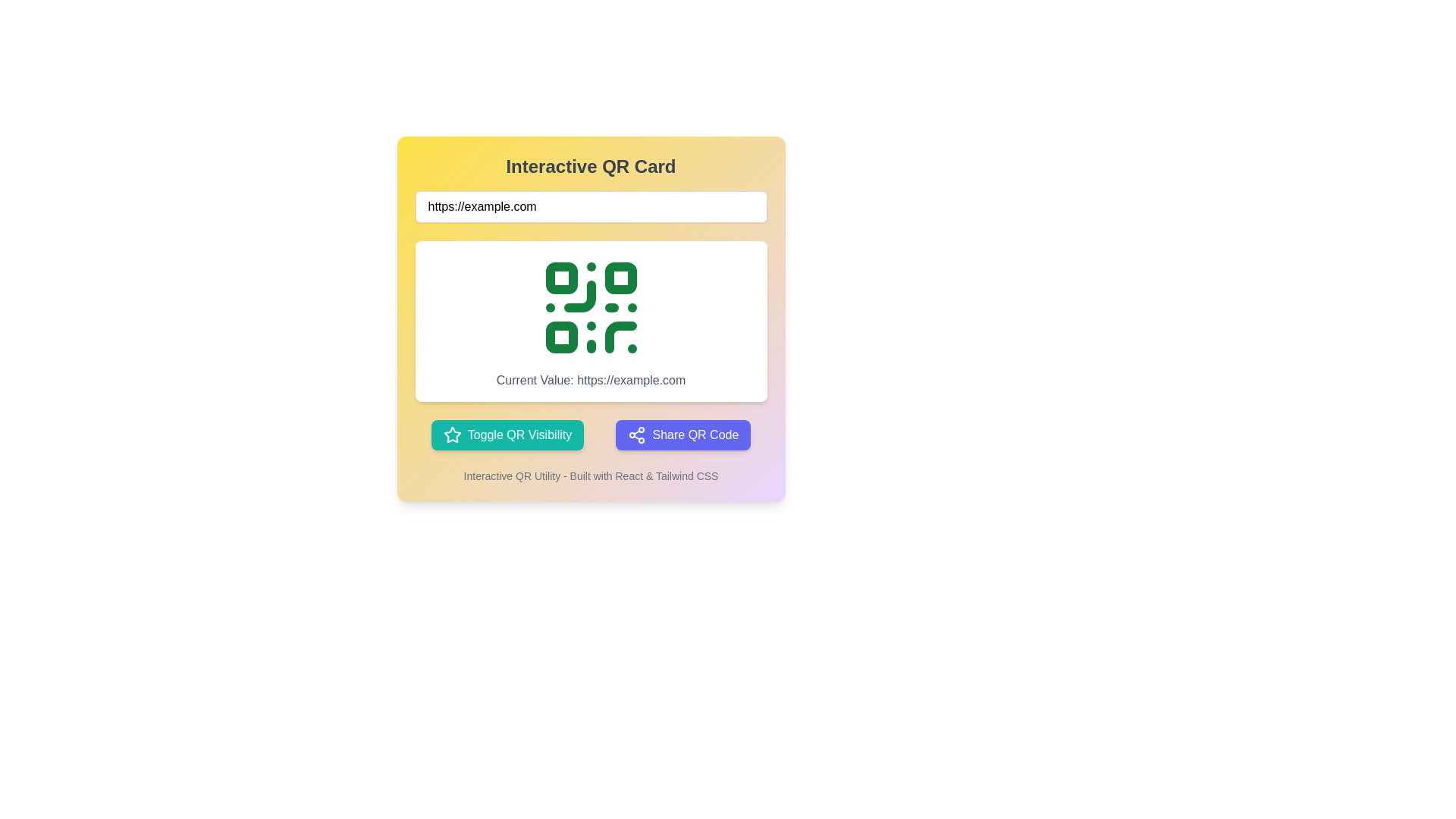  I want to click on the star-shaped SVG icon located at the bottom right corner of the interface, which is part of a section containing buttons, so click(451, 435).